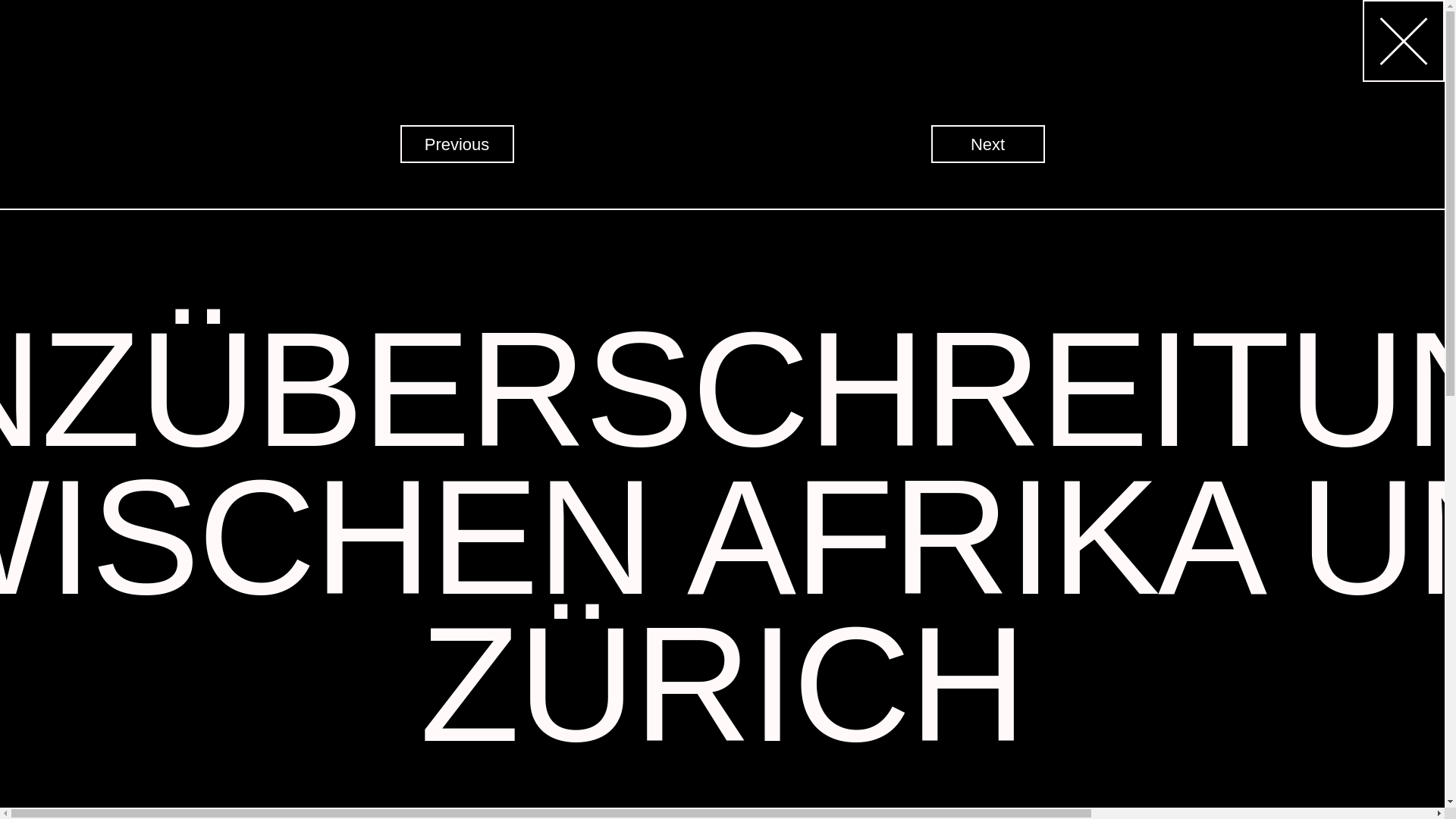 This screenshot has width=1456, height=819. What do you see at coordinates (457, 143) in the screenshot?
I see `'Previous'` at bounding box center [457, 143].